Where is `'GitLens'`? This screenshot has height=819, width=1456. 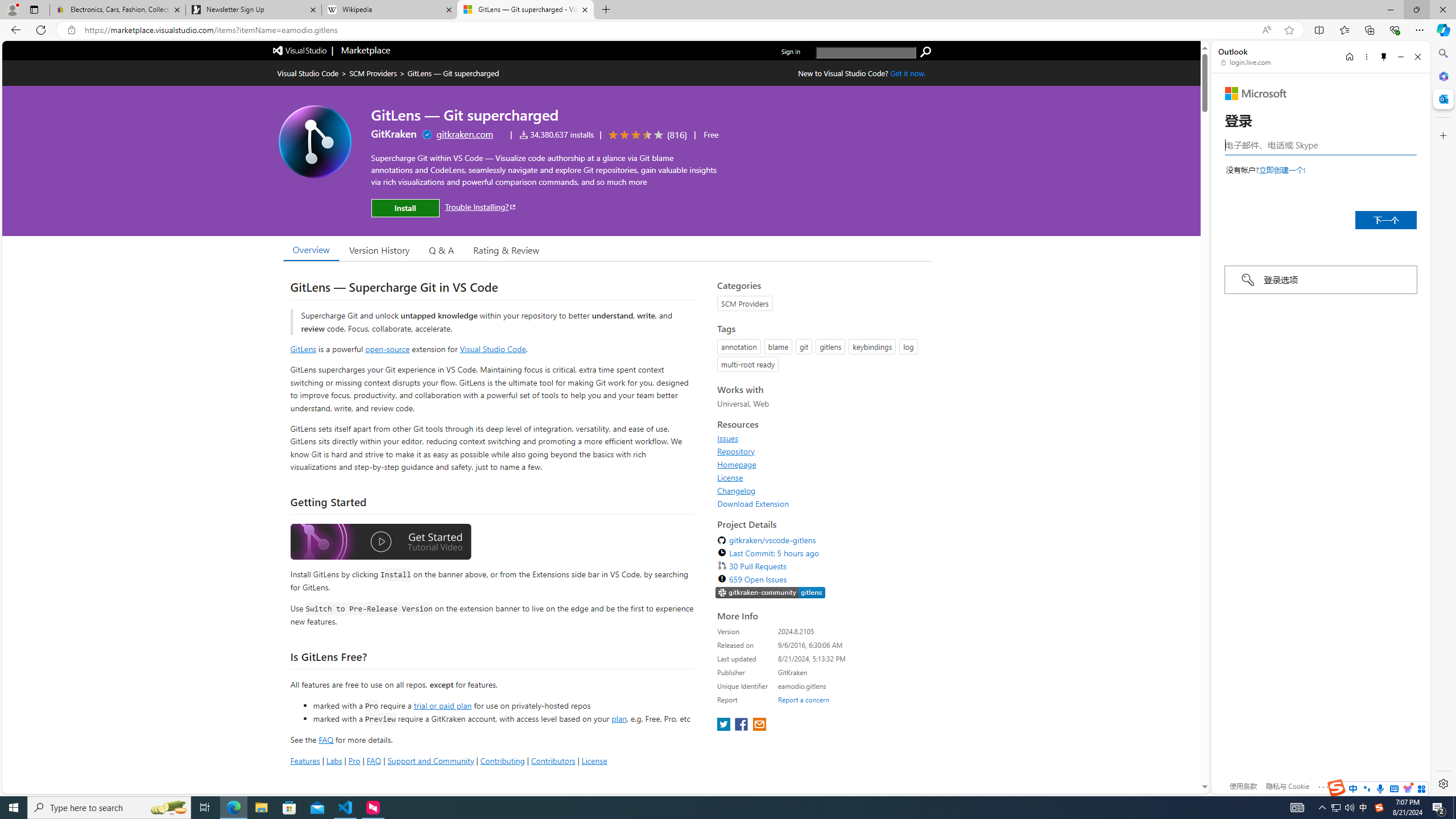
'GitLens' is located at coordinates (303, 348).